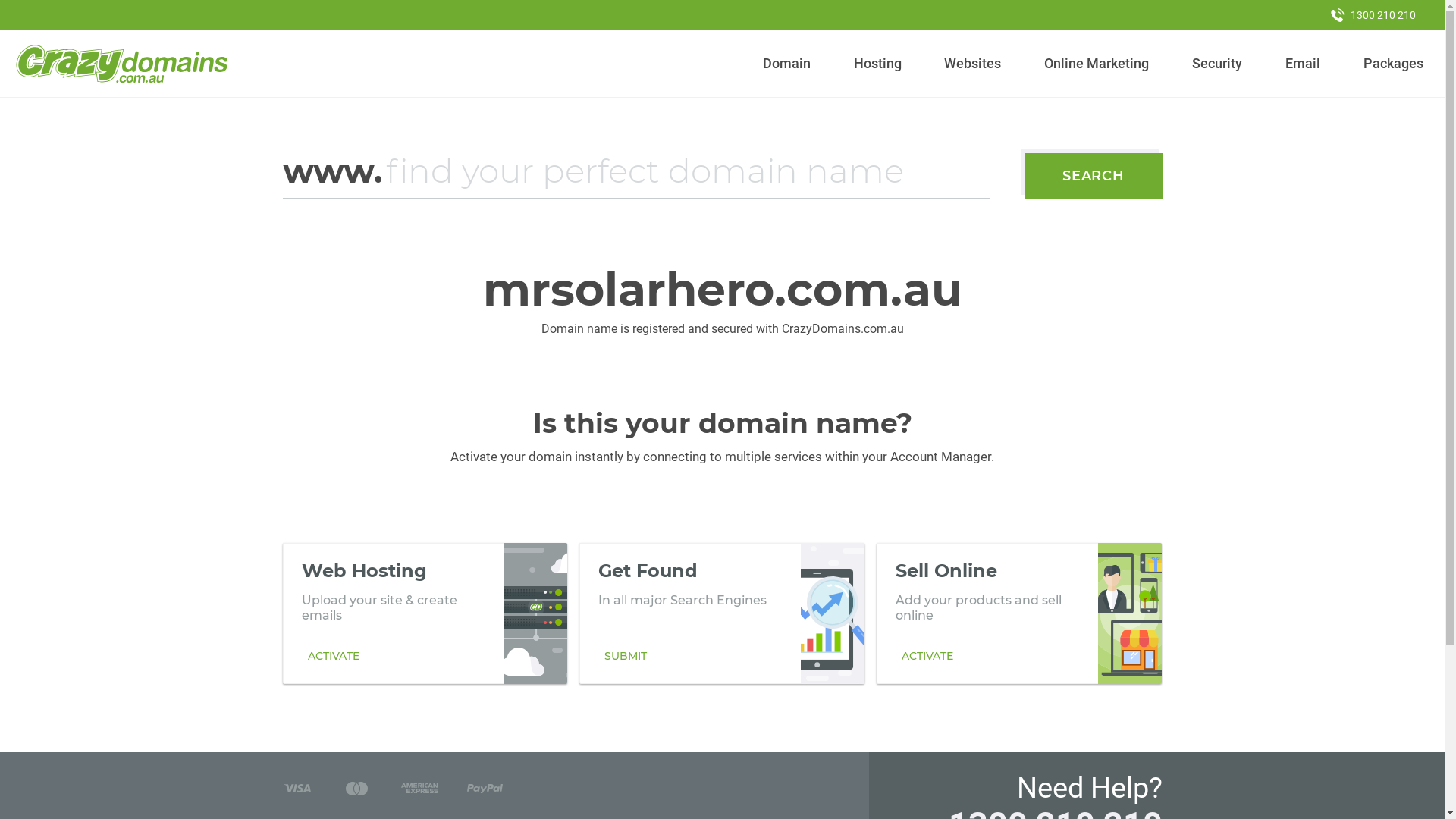  I want to click on 'SEARCH', so click(1093, 174).